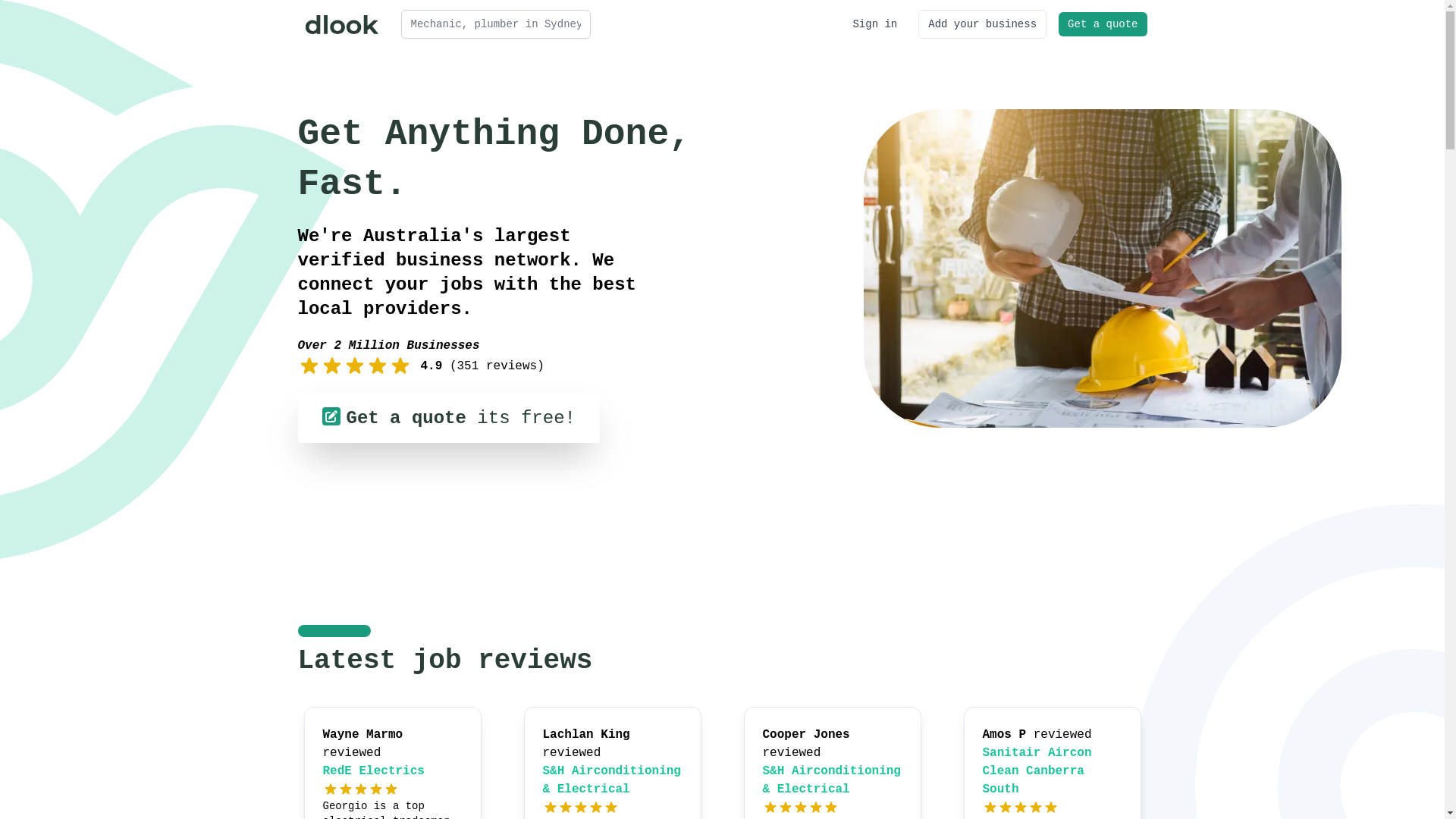 The width and height of the screenshot is (1456, 819). Describe the element at coordinates (831, 780) in the screenshot. I see `'S&H Airconditioning & Electrical'` at that location.